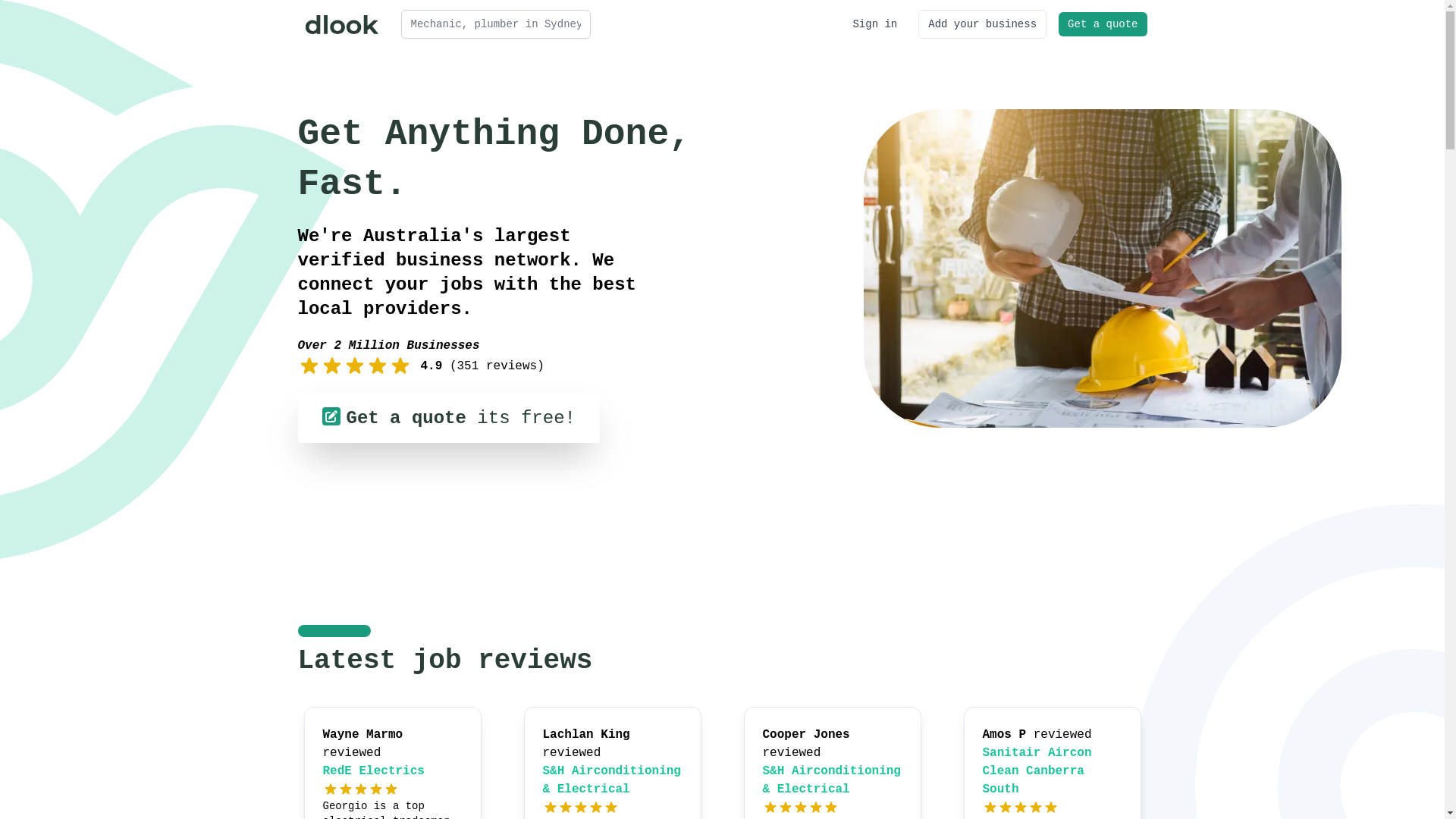 The width and height of the screenshot is (1456, 819). Describe the element at coordinates (831, 780) in the screenshot. I see `'S&H Airconditioning & Electrical'` at that location.